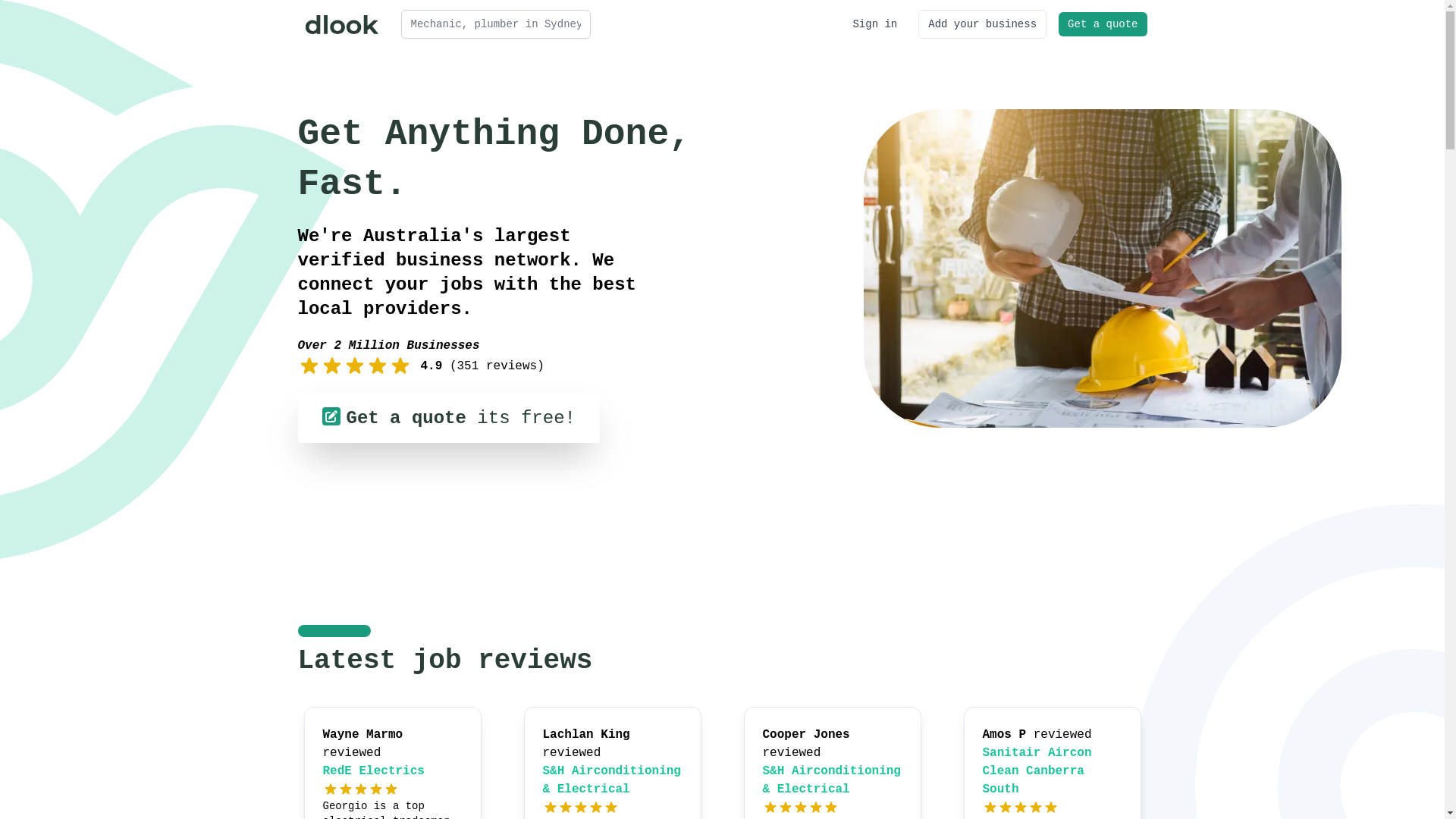 The width and height of the screenshot is (1456, 819). Describe the element at coordinates (831, 780) in the screenshot. I see `'S&H Airconditioning & Electrical'` at that location.